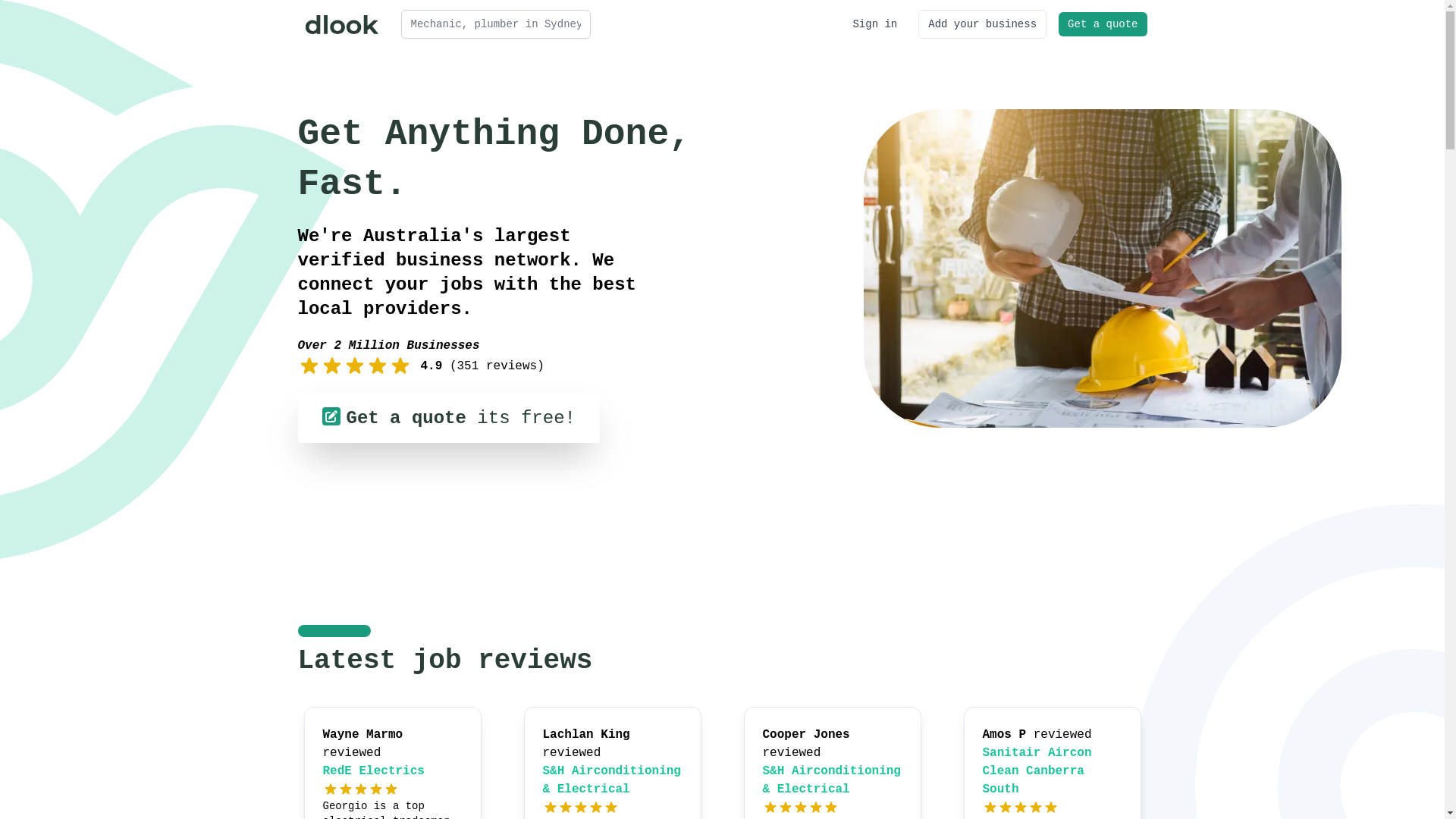 The width and height of the screenshot is (1456, 819). Describe the element at coordinates (831, 780) in the screenshot. I see `'S&H Airconditioning & Electrical'` at that location.